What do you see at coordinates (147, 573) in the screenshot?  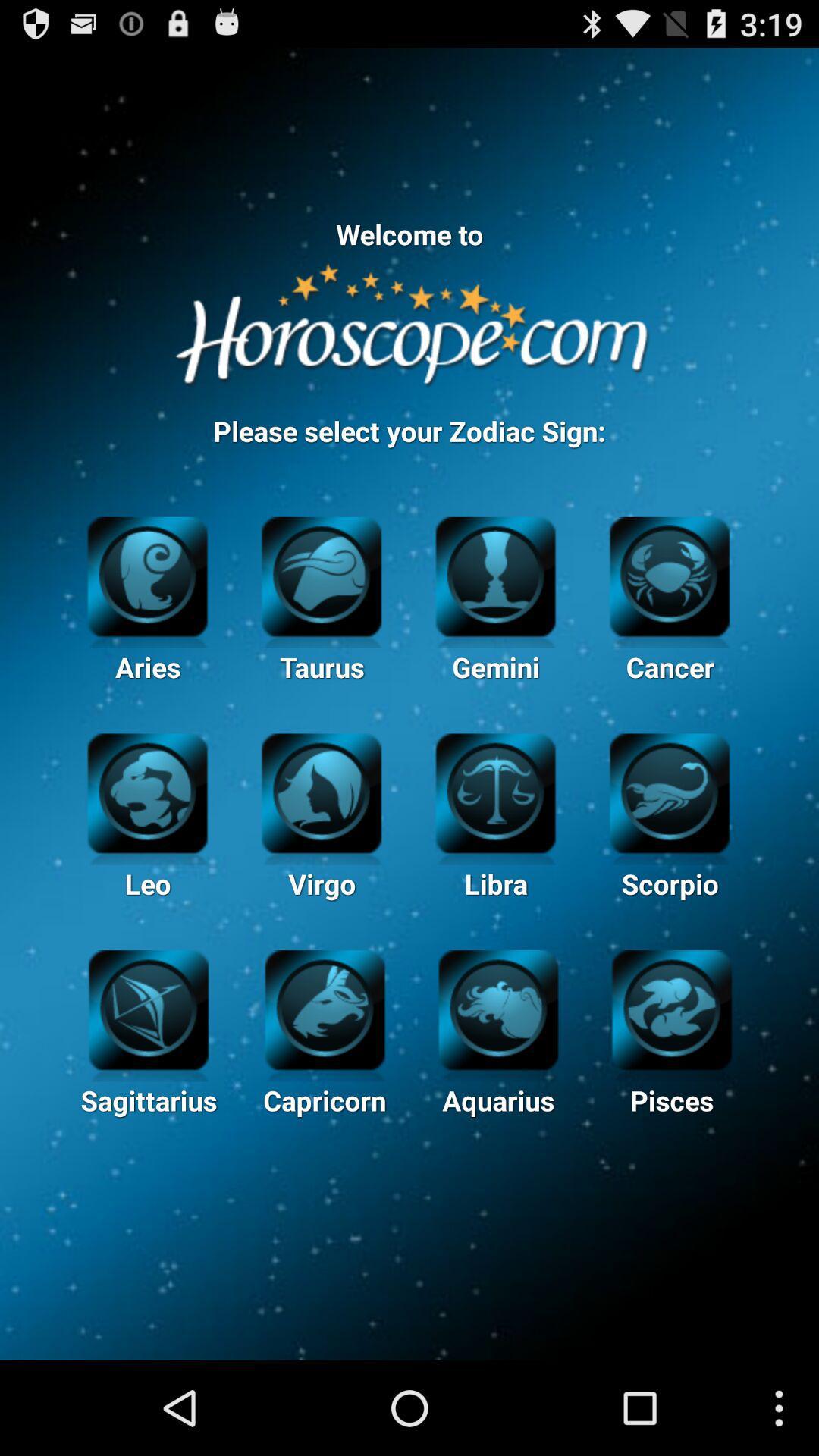 I see `aries` at bounding box center [147, 573].